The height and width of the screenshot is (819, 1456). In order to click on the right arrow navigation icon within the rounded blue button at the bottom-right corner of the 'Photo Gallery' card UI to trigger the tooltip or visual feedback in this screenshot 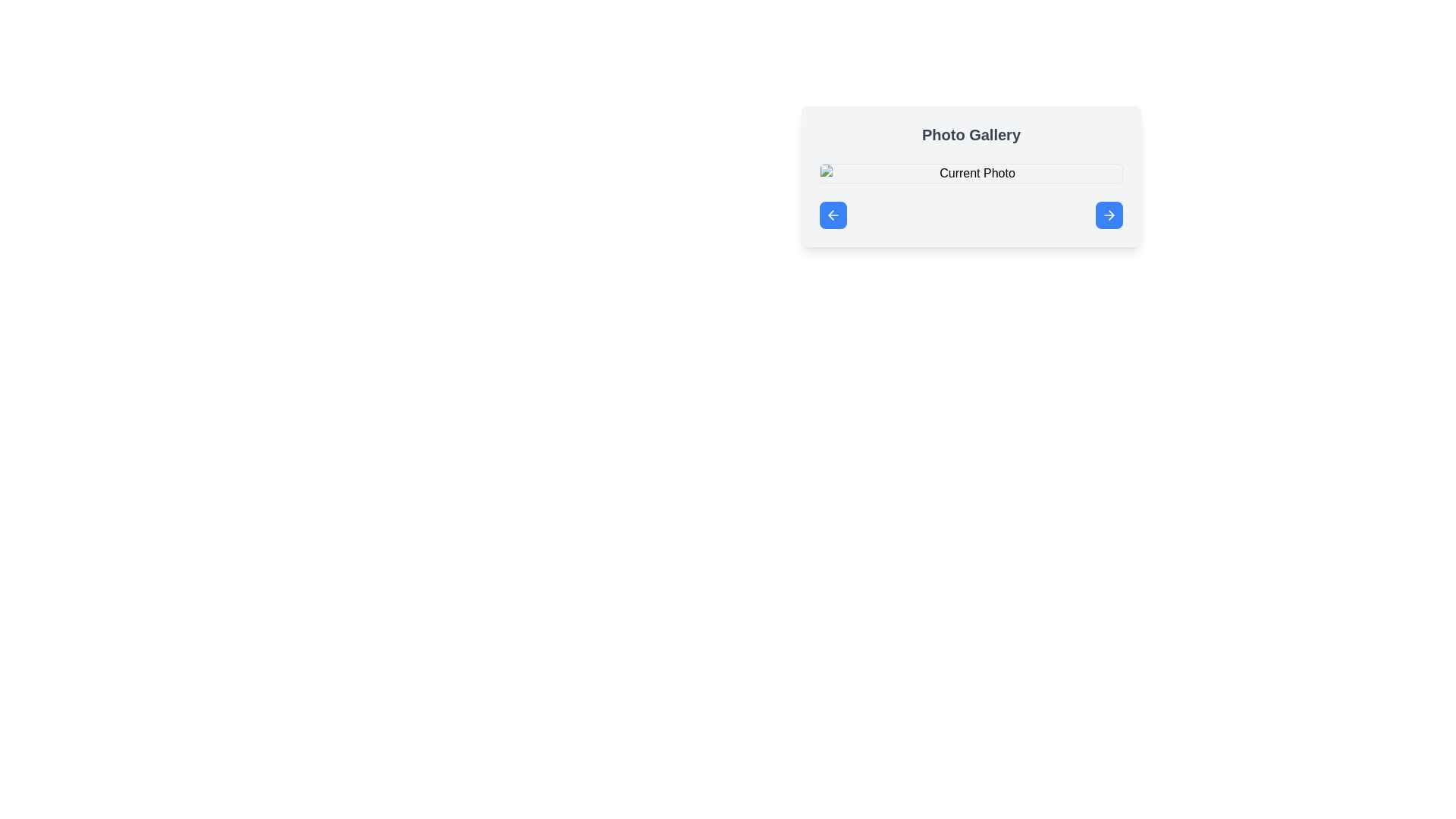, I will do `click(1109, 215)`.